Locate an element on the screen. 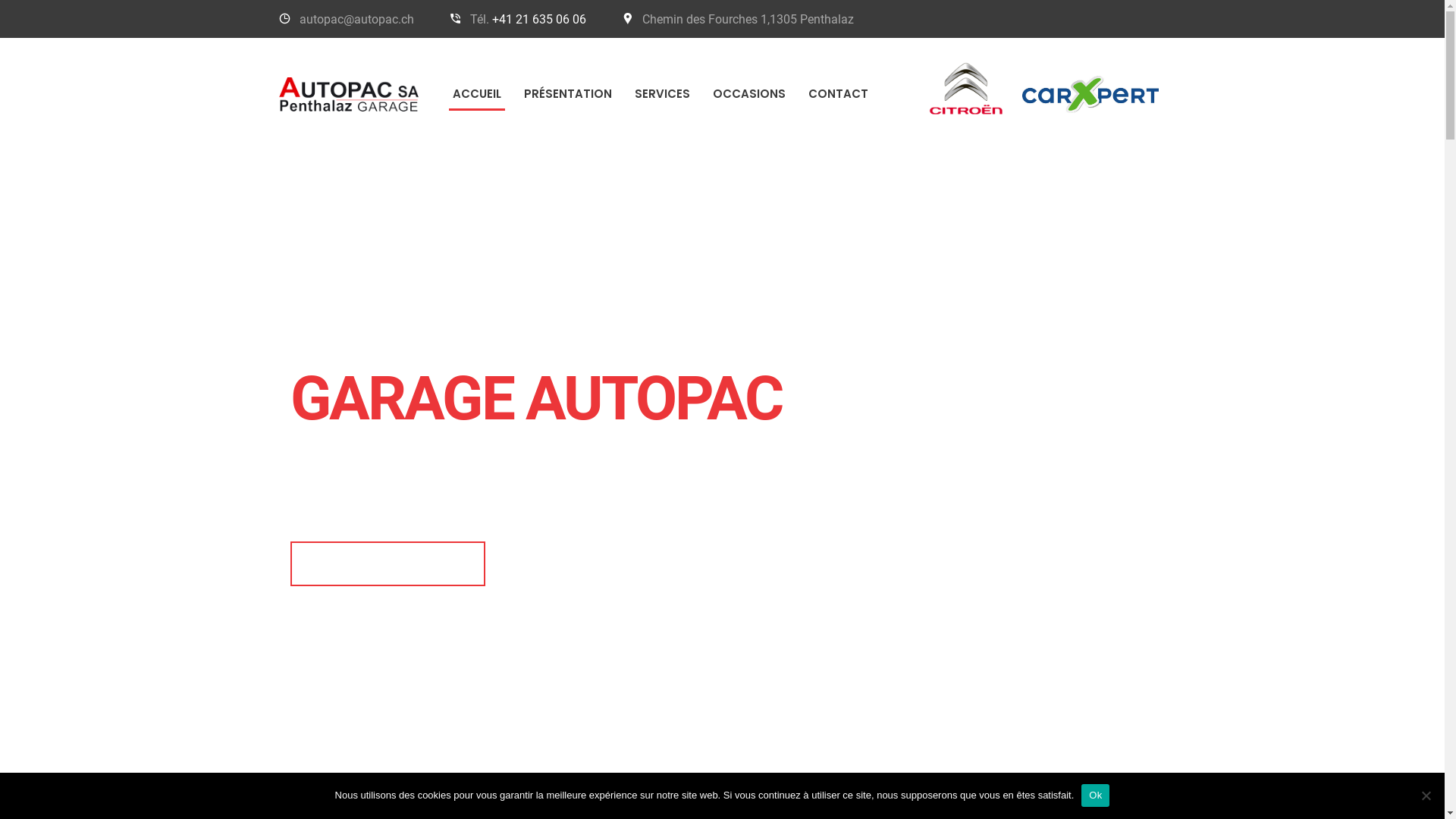  'OCCASIONS' is located at coordinates (700, 93).